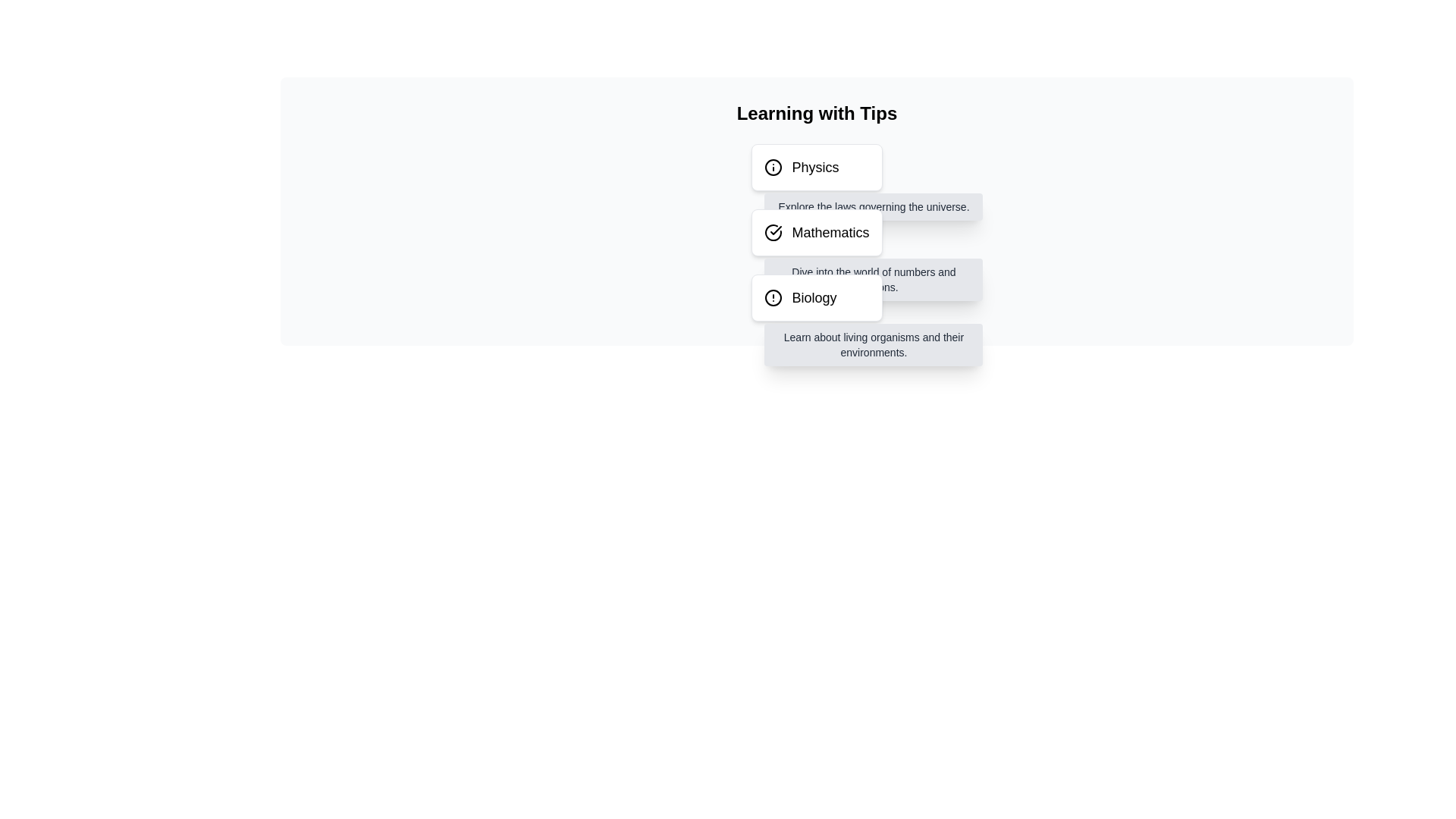  I want to click on tooltip or supplementary text box providing additional details about Mathematics, located below the title 'Mathematics' within a hoverable section, so click(874, 280).